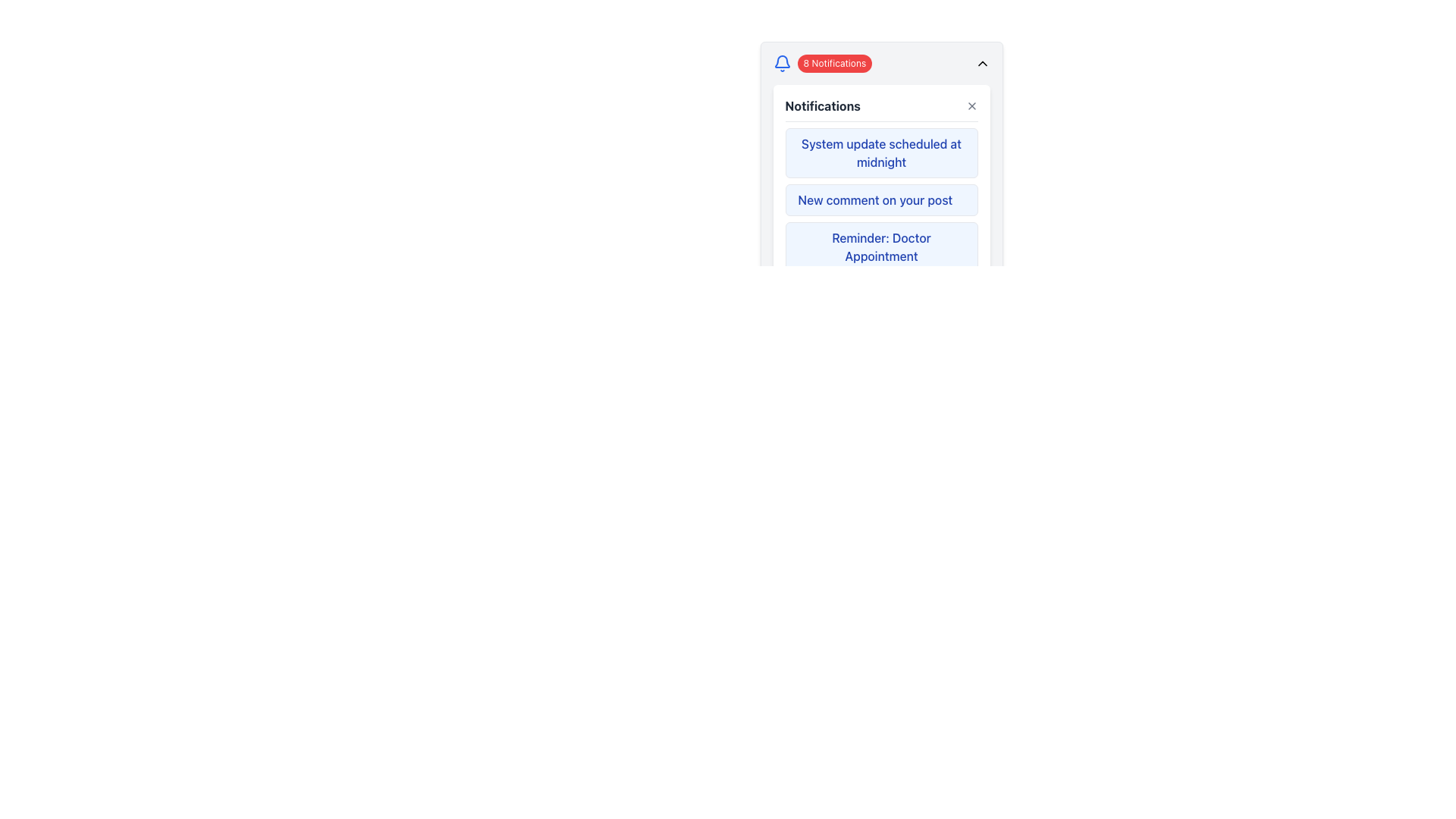 The width and height of the screenshot is (1456, 819). What do you see at coordinates (881, 199) in the screenshot?
I see `the notification item styled as a rectangular button with rounded corners and a pale blue background, which contains the text 'New comment on your post'. This notification is the second in a vertical list within the notification panel` at bounding box center [881, 199].